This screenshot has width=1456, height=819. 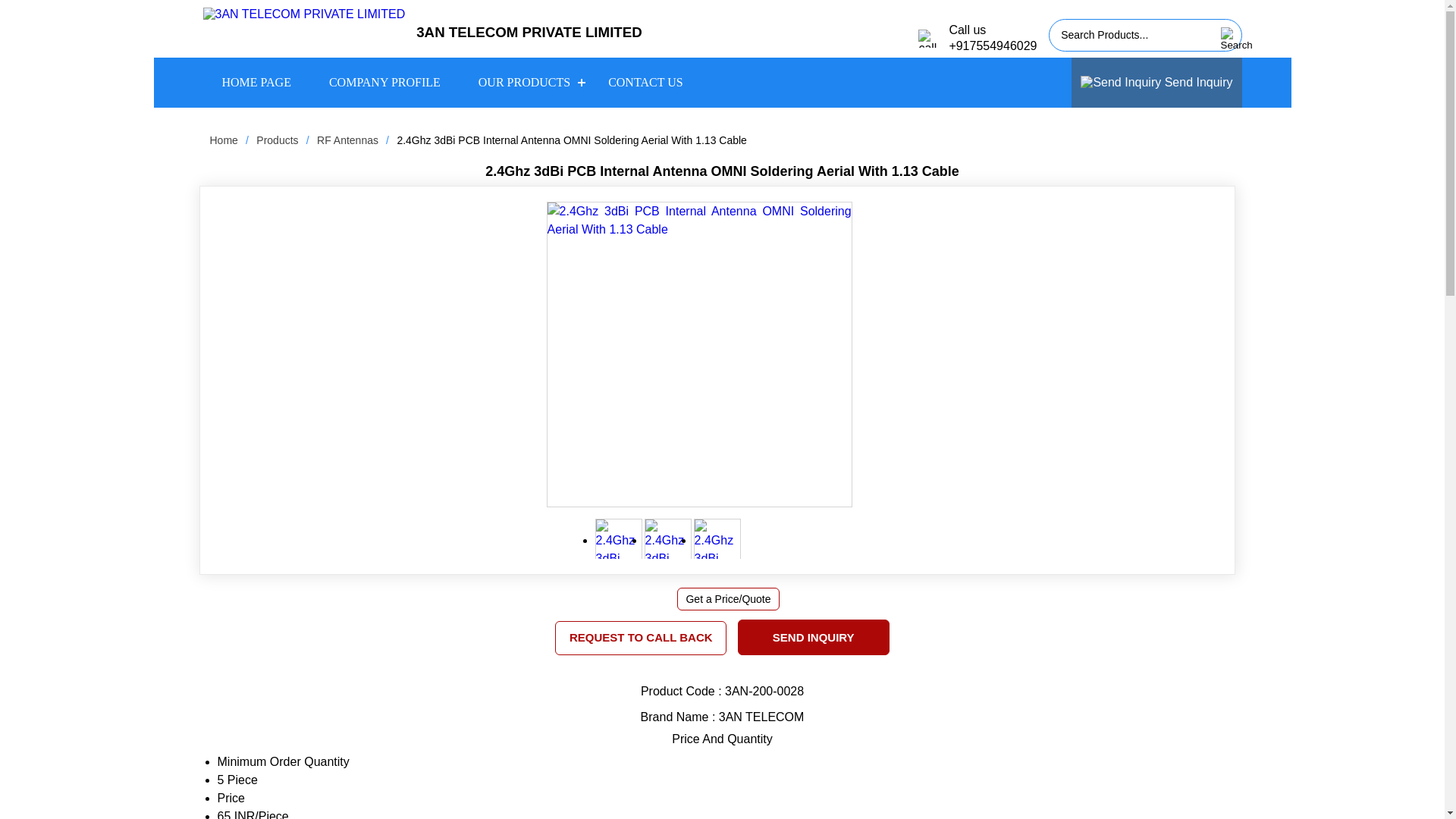 I want to click on 'Home', so click(x=222, y=140).